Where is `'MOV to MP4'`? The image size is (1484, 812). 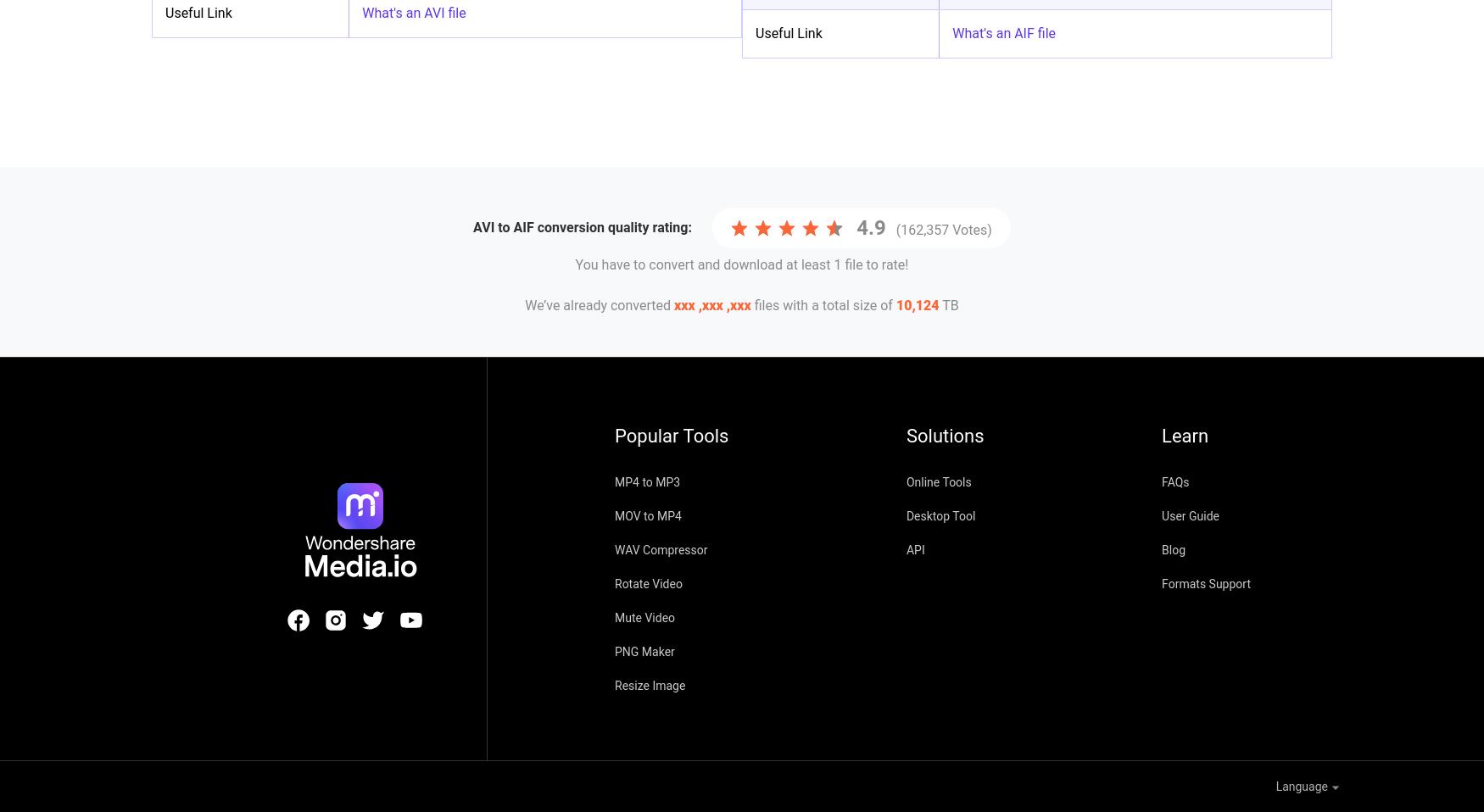 'MOV to MP4' is located at coordinates (647, 516).